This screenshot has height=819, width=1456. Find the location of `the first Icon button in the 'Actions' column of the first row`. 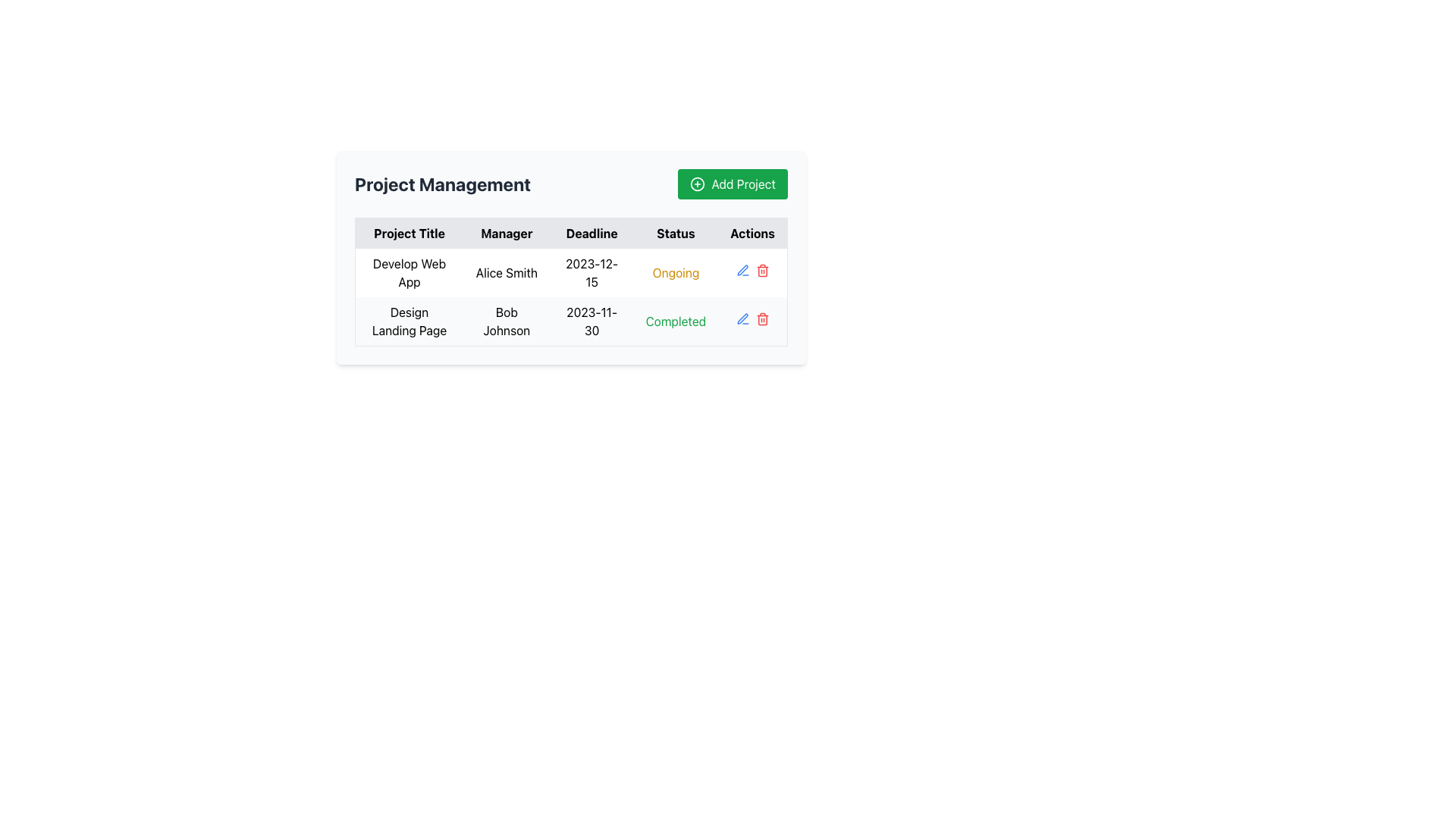

the first Icon button in the 'Actions' column of the first row is located at coordinates (742, 318).